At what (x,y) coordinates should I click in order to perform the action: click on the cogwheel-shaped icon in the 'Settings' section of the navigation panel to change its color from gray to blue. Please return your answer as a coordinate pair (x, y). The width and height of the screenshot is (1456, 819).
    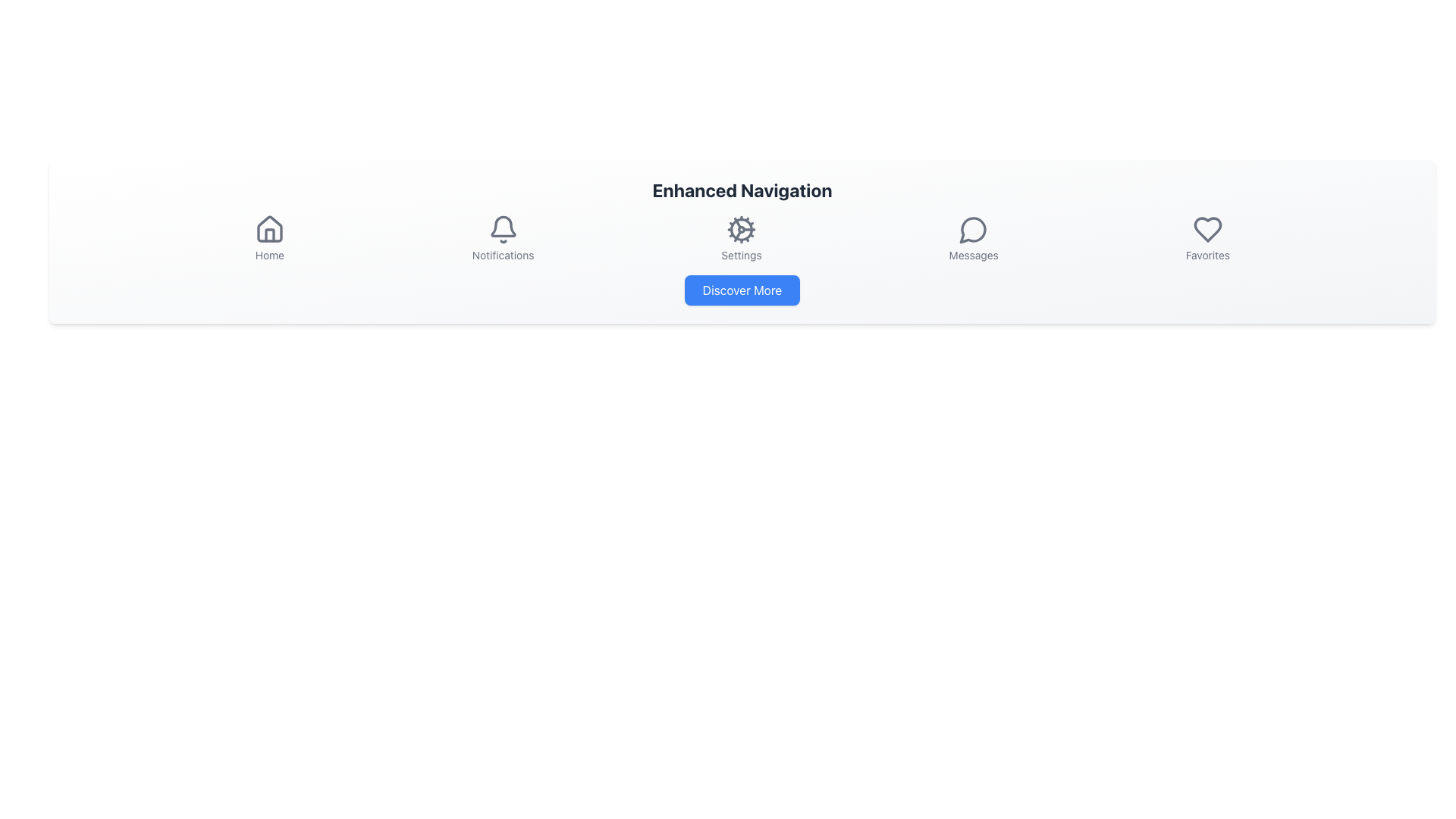
    Looking at the image, I should click on (742, 230).